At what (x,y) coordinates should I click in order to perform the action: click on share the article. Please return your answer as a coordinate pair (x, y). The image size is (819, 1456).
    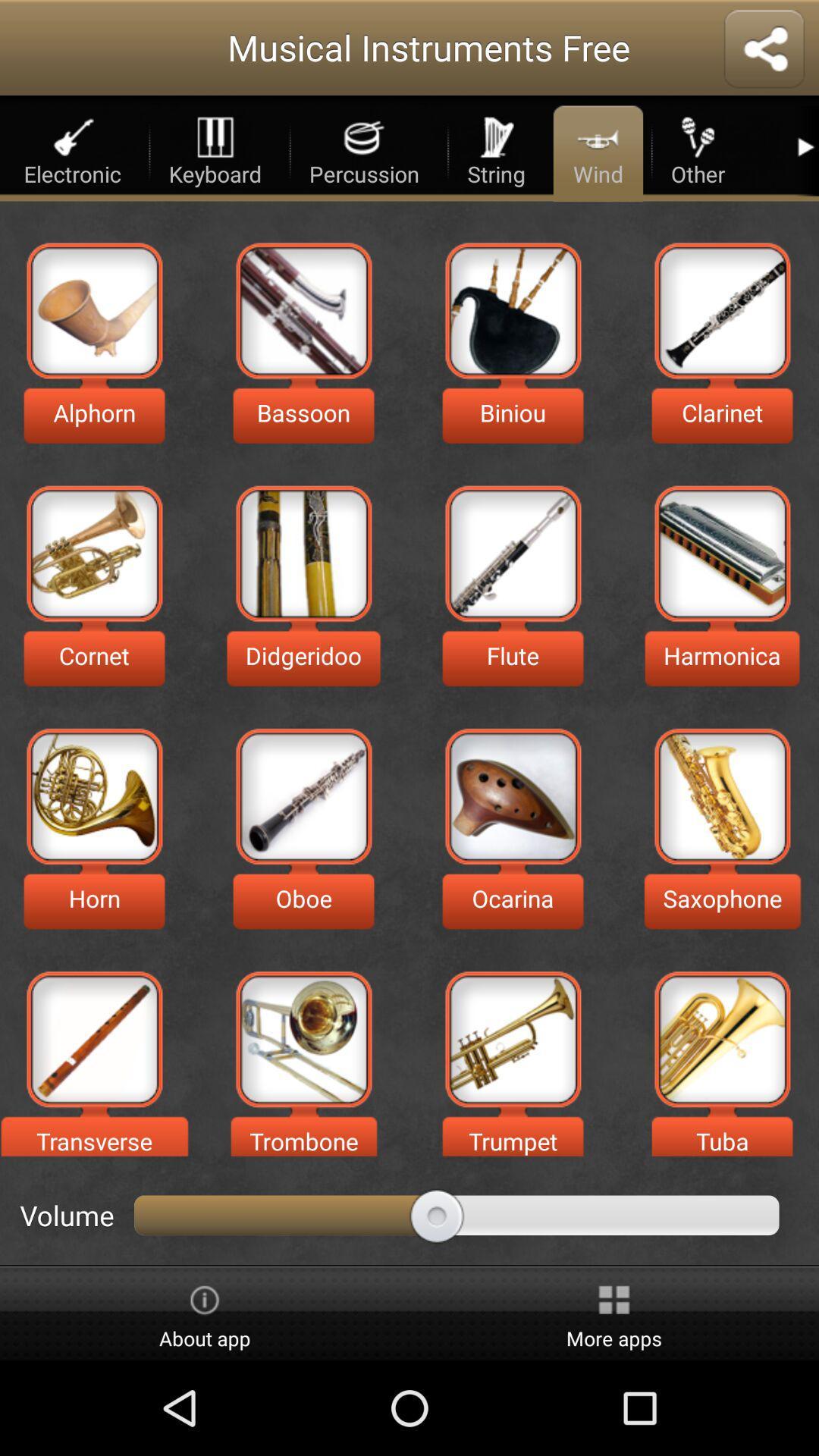
    Looking at the image, I should click on (764, 50).